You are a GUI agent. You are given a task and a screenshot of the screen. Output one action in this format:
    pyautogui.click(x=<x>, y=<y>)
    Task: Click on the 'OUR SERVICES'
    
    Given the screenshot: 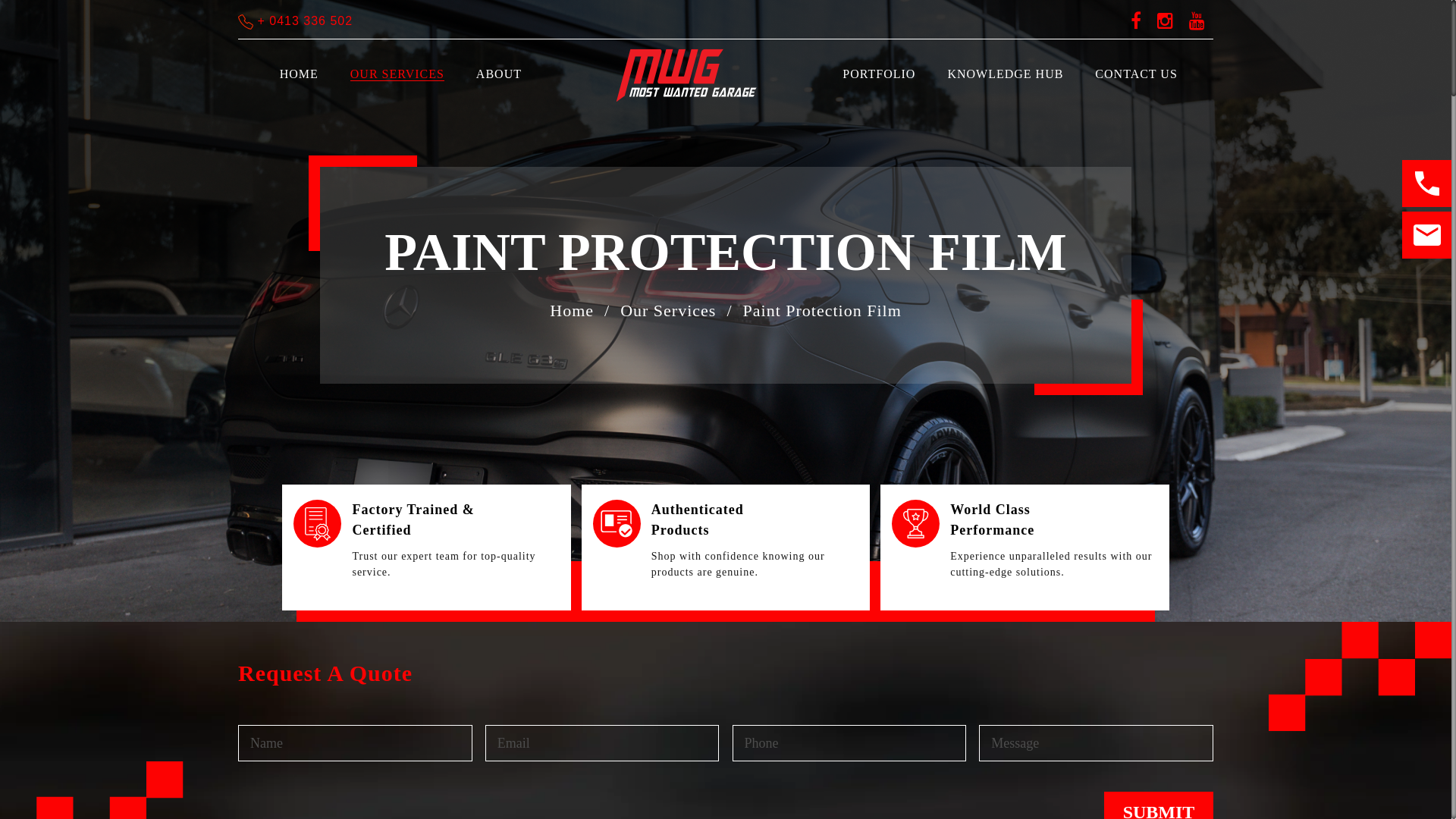 What is the action you would take?
    pyautogui.click(x=397, y=74)
    